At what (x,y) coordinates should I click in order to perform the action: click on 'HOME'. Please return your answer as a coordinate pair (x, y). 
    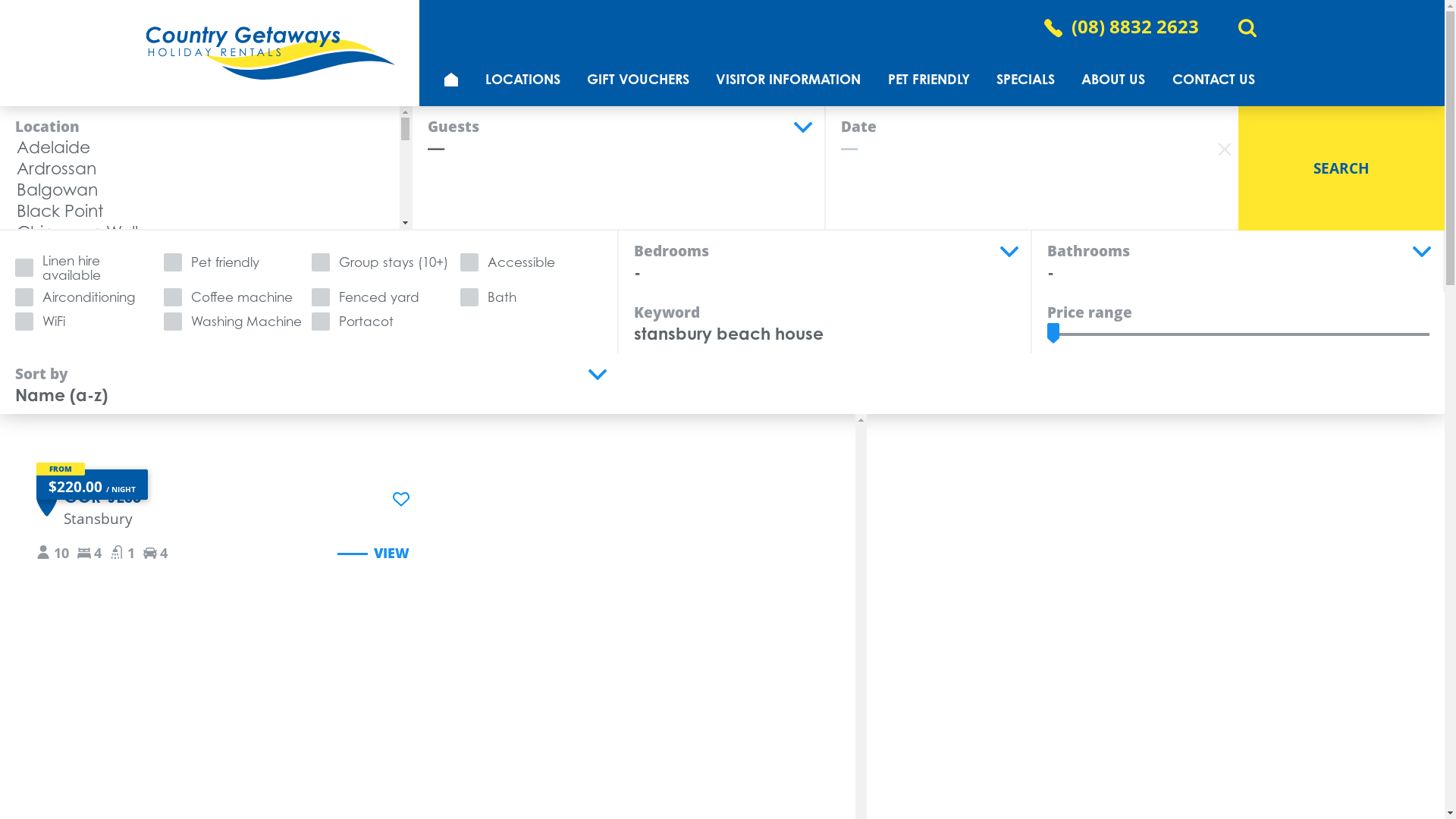
    Looking at the image, I should click on (450, 79).